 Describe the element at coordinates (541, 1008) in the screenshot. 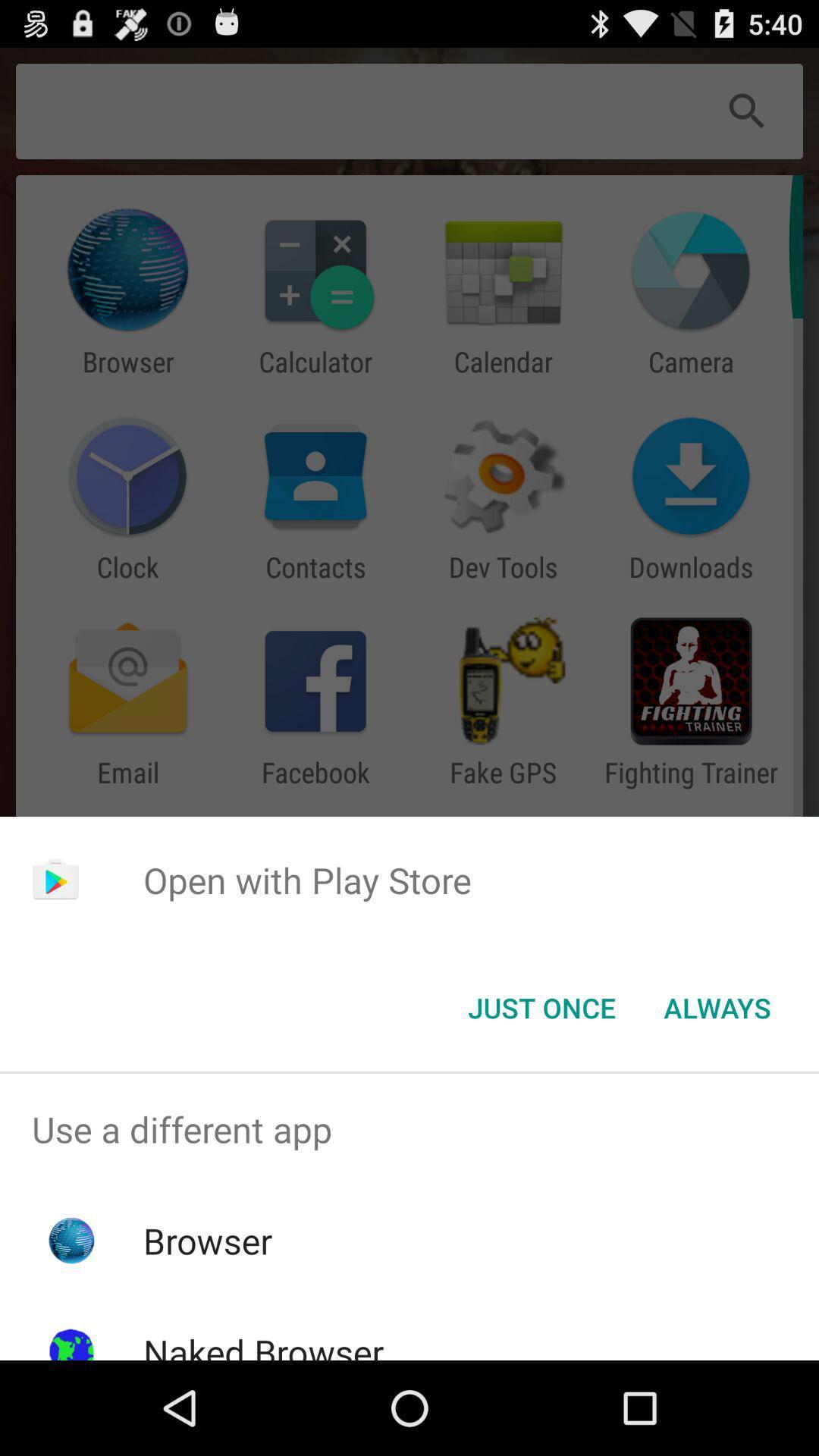

I see `the just once item` at that location.